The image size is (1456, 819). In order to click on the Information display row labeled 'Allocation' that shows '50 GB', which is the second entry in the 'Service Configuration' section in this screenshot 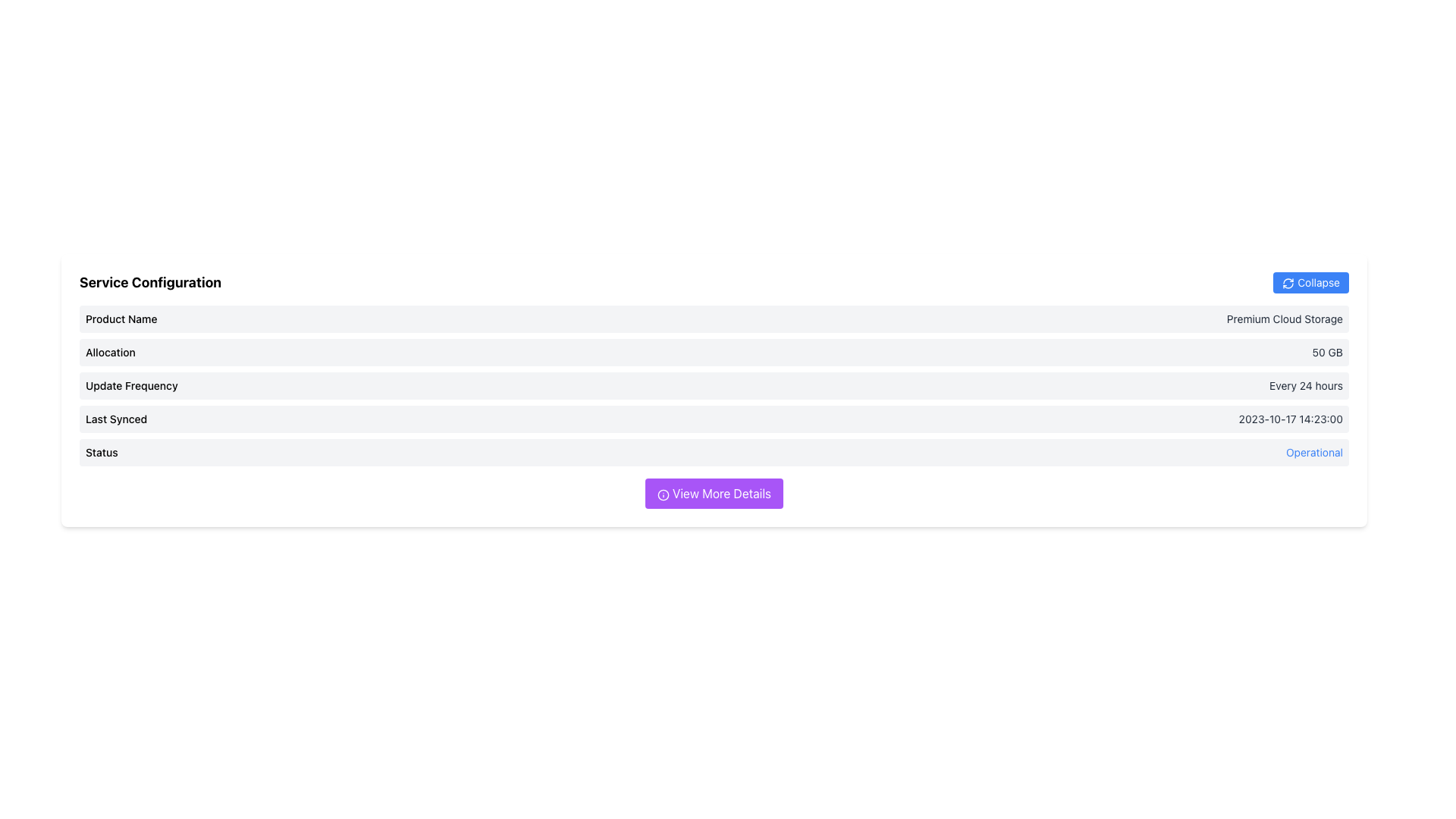, I will do `click(713, 353)`.